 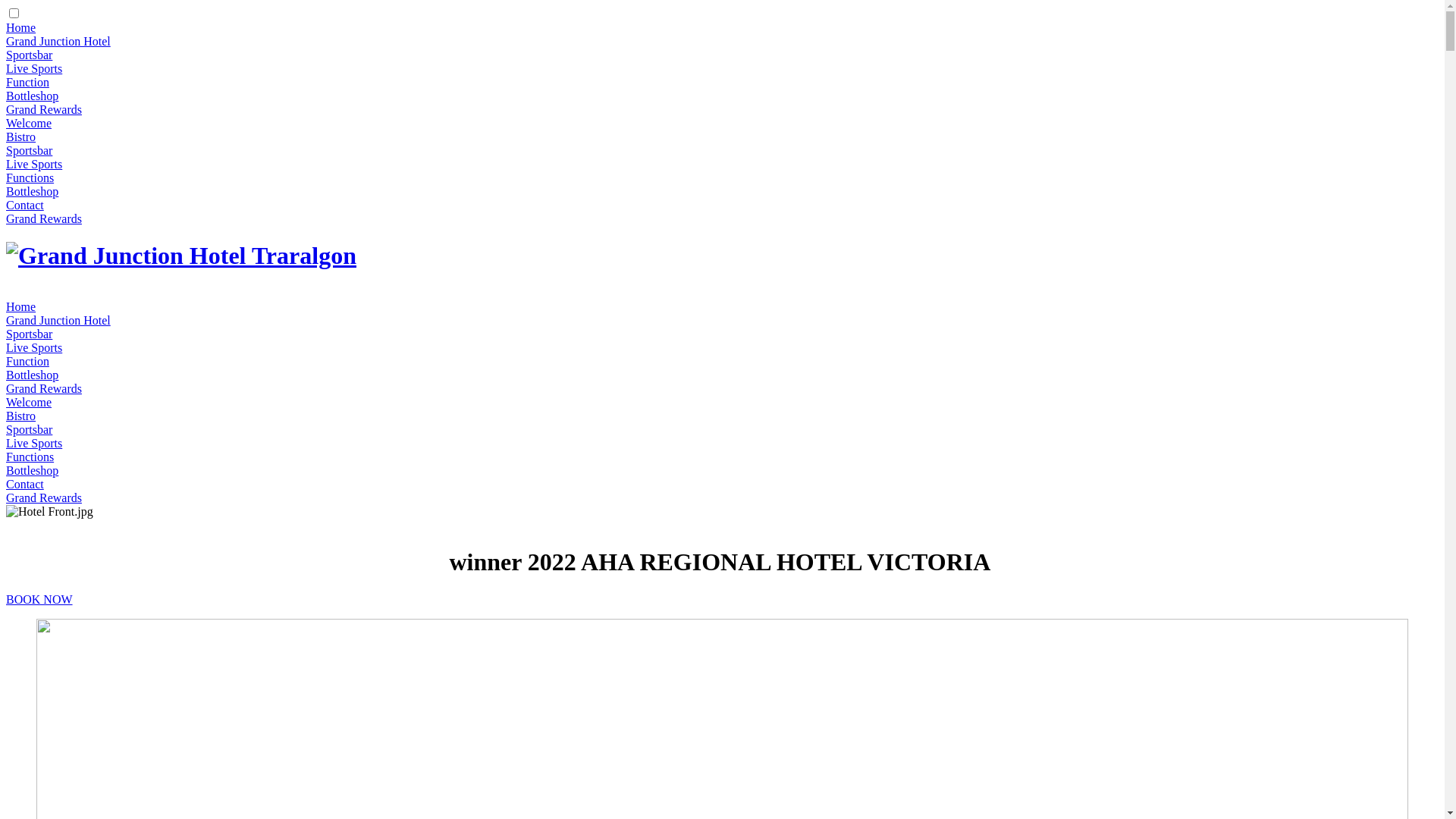 I want to click on 'Sportsbar', so click(x=29, y=54).